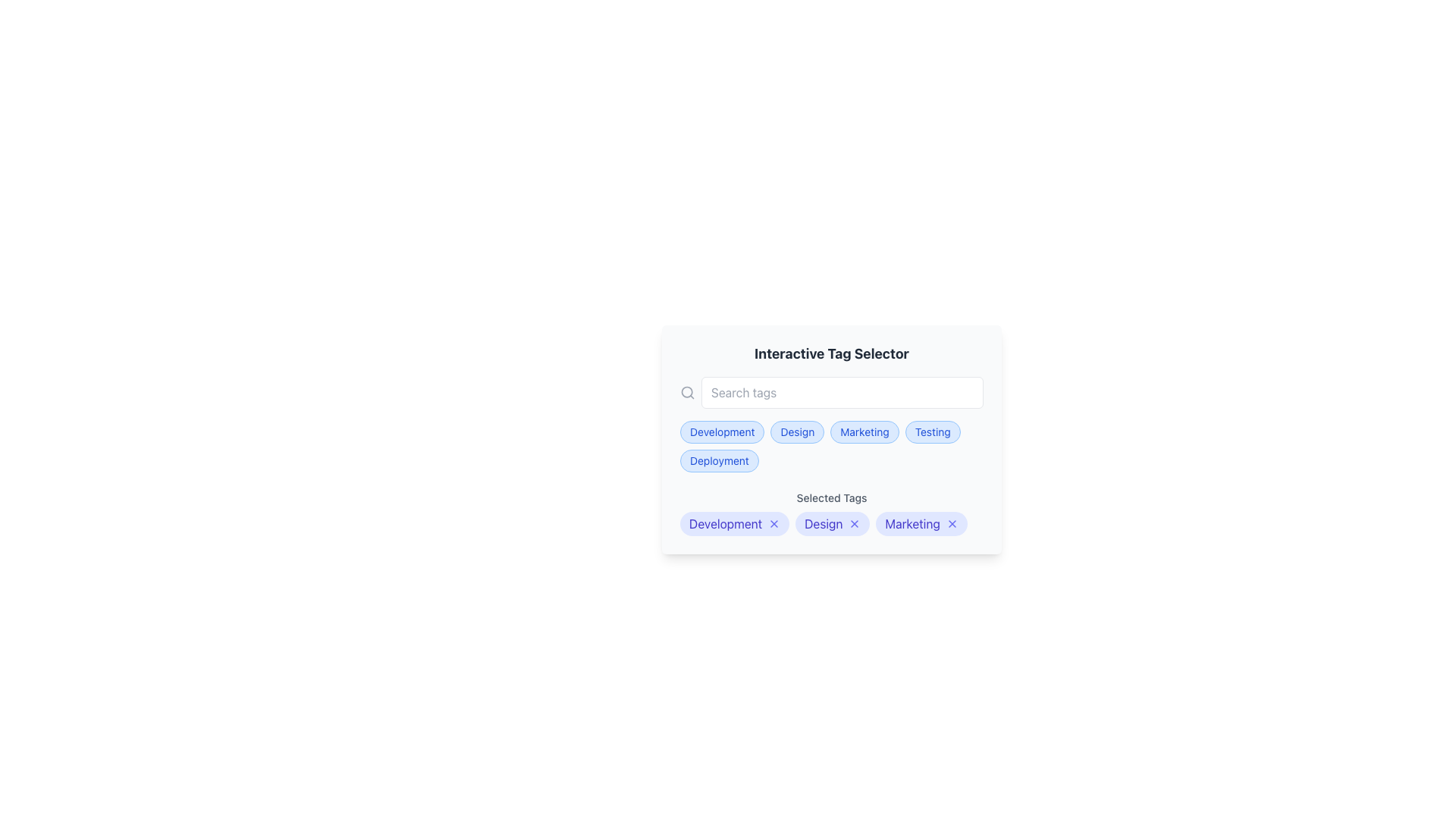 The height and width of the screenshot is (819, 1456). What do you see at coordinates (855, 522) in the screenshot?
I see `the close button located at the end of the 'Design' tag` at bounding box center [855, 522].